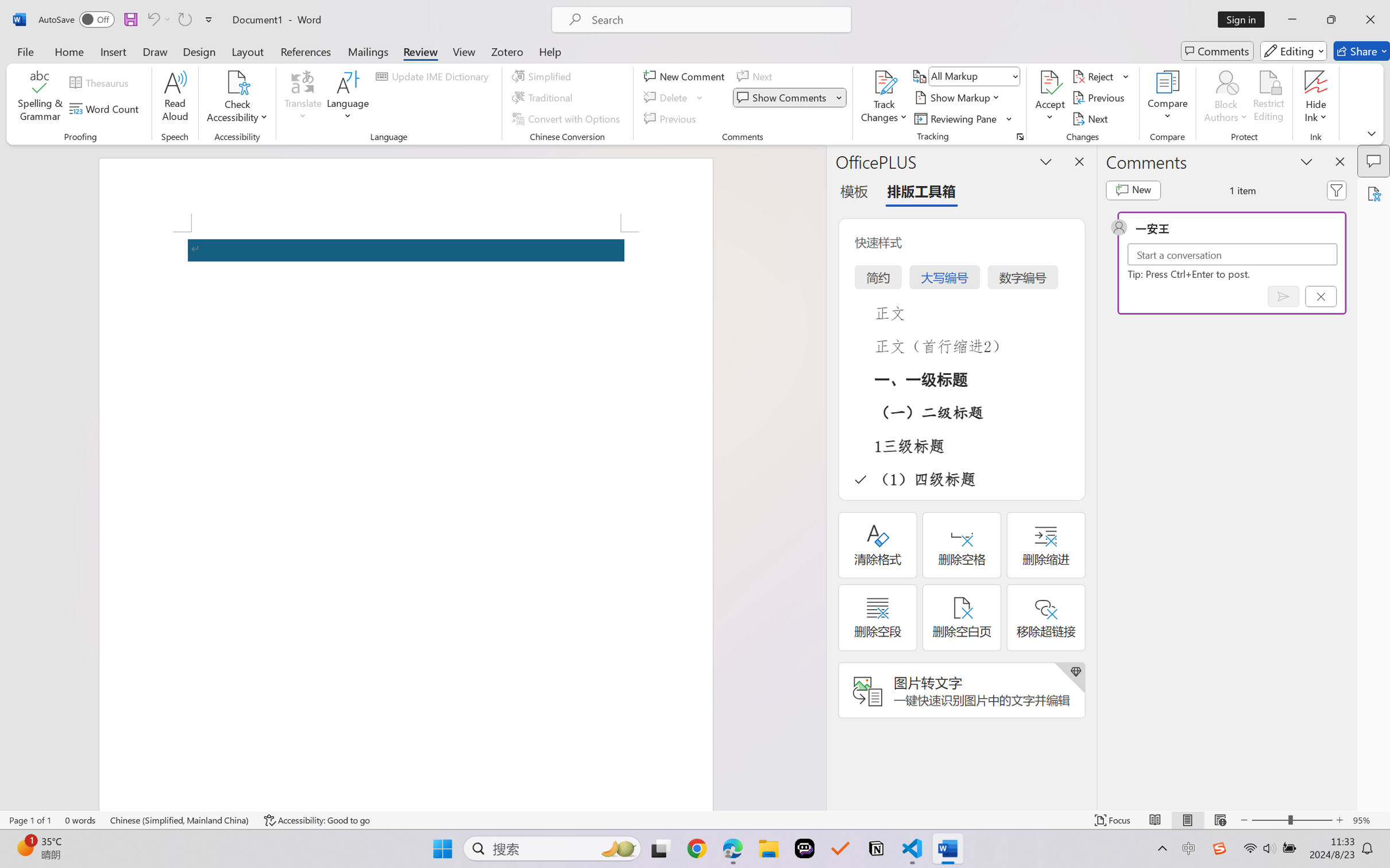 This screenshot has height=868, width=1390. Describe the element at coordinates (237, 82) in the screenshot. I see `'Check Accessibility'` at that location.